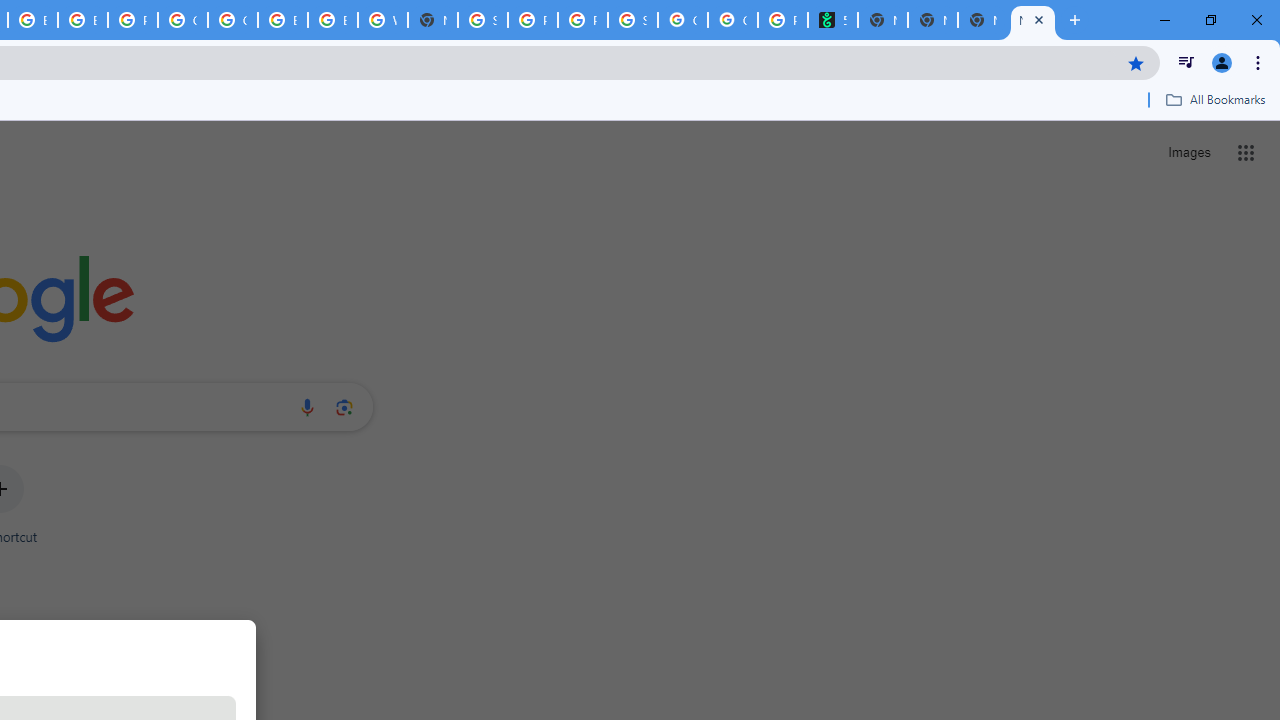 This screenshot has width=1280, height=720. Describe the element at coordinates (282, 20) in the screenshot. I see `'Browse Chrome as a guest - Computer - Google Chrome Help'` at that location.